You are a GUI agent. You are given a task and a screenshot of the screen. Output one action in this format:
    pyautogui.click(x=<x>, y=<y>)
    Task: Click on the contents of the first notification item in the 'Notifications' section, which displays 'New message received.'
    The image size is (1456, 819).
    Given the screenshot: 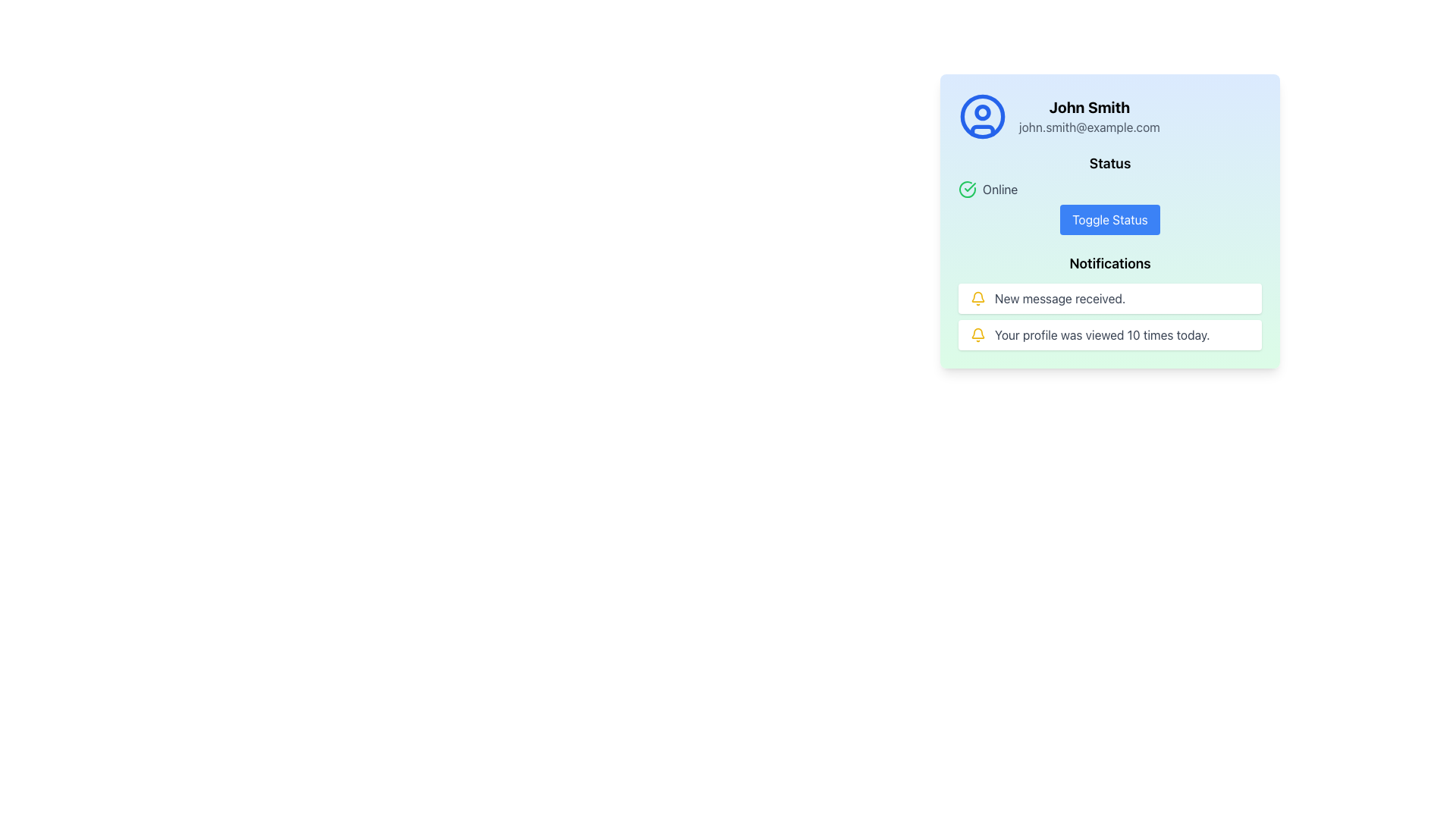 What is the action you would take?
    pyautogui.click(x=1110, y=301)
    